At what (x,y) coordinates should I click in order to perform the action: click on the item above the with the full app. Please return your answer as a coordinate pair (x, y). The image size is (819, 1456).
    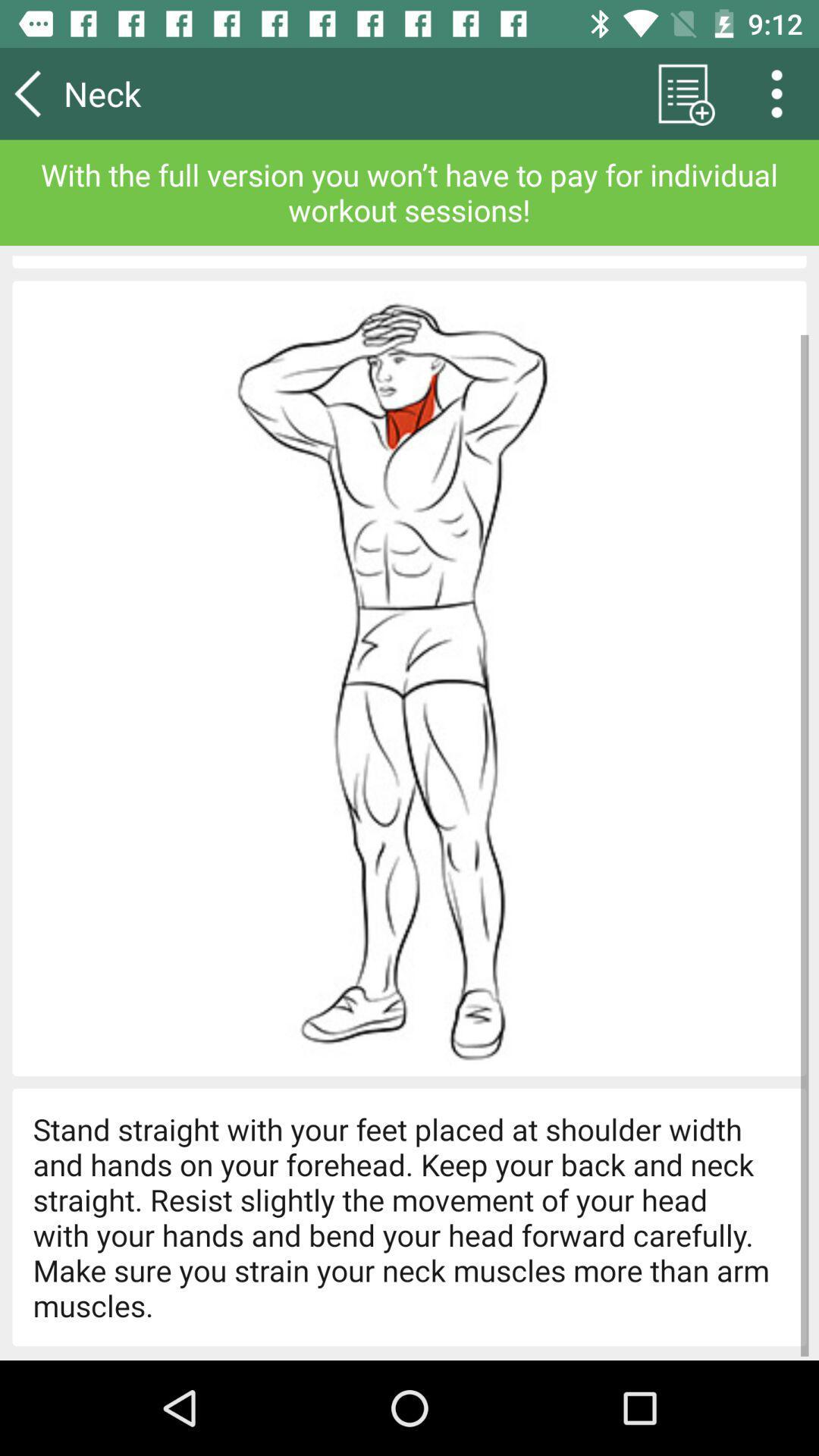
    Looking at the image, I should click on (782, 93).